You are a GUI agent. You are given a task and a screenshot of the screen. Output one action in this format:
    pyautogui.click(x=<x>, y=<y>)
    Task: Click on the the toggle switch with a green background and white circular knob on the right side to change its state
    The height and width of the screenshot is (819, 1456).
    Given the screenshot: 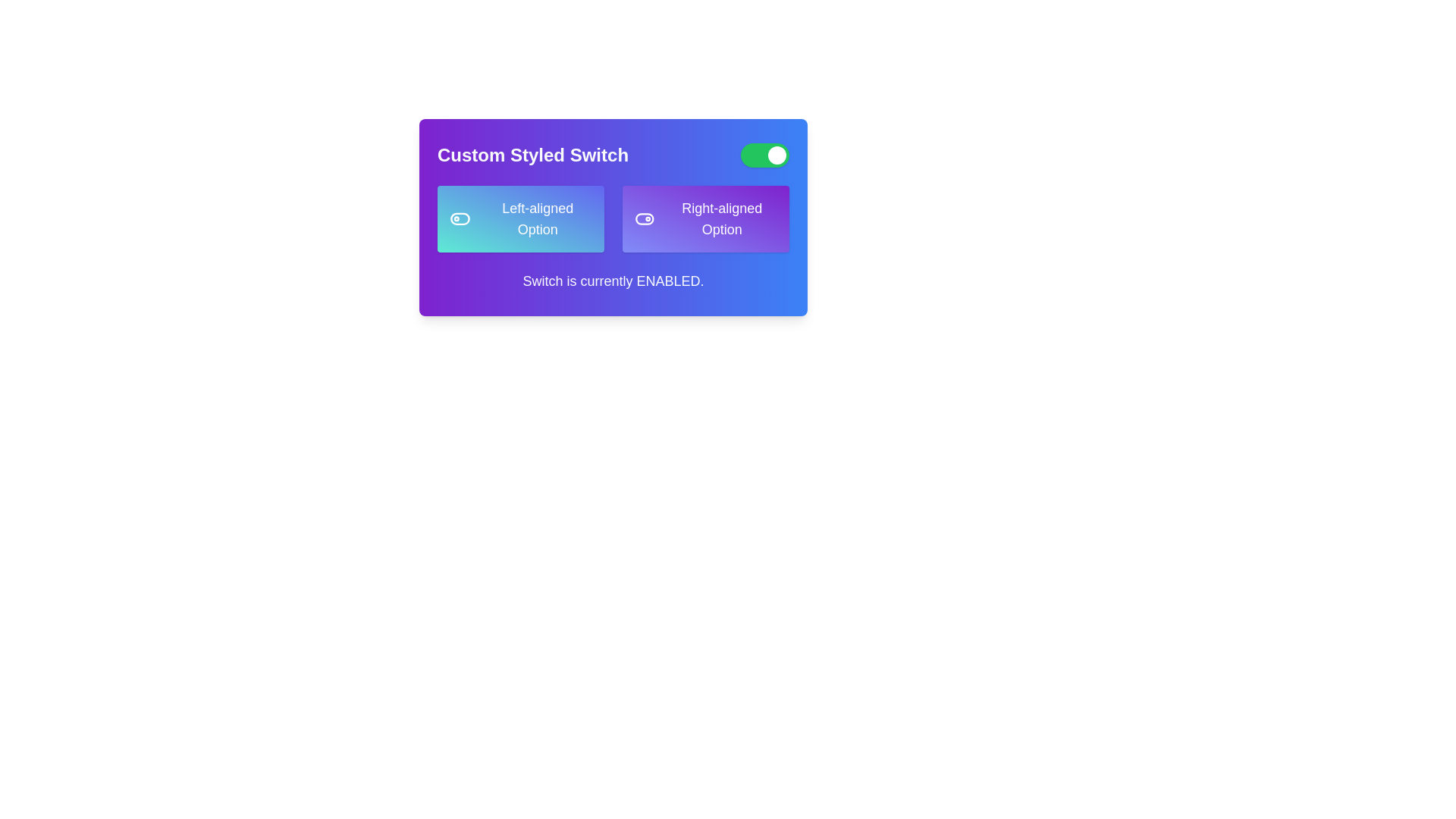 What is the action you would take?
    pyautogui.click(x=764, y=155)
    